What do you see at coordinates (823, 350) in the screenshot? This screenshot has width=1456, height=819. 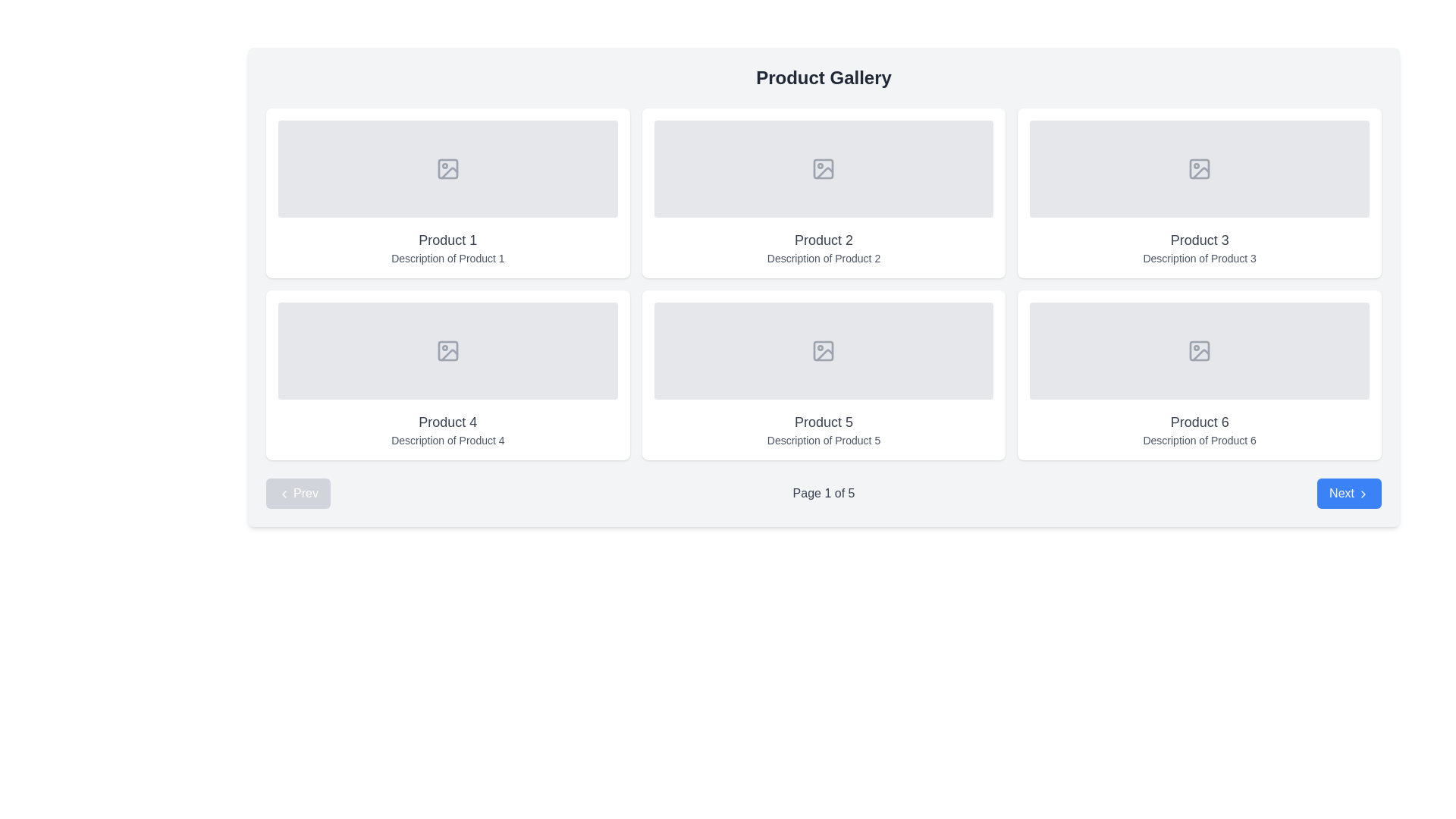 I see `decorative graphical element located in the central section of the image placeholder icon within the fifth product slot of the gallery` at bounding box center [823, 350].